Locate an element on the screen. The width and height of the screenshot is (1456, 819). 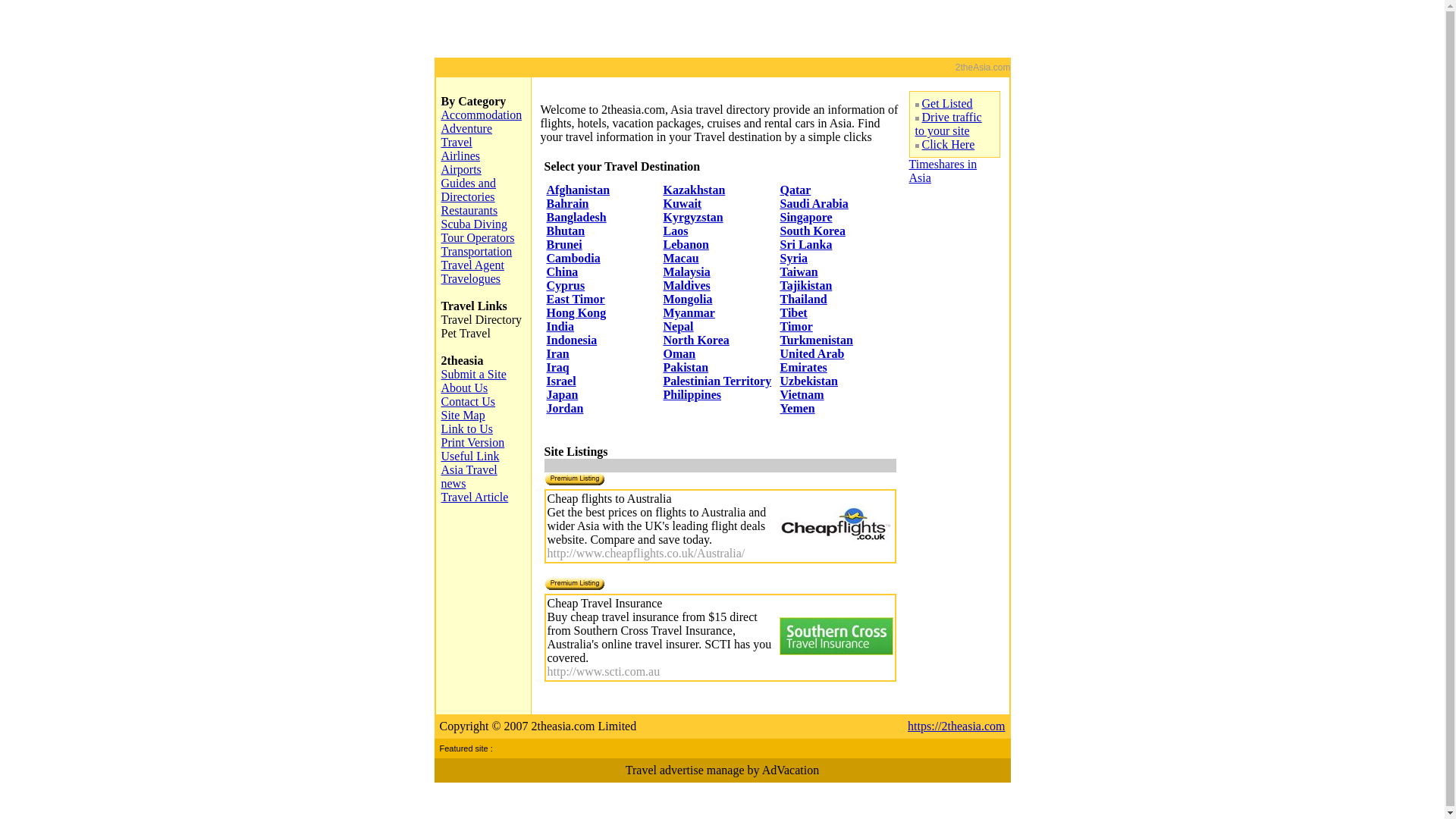
'Sri Lanka' is located at coordinates (805, 243).